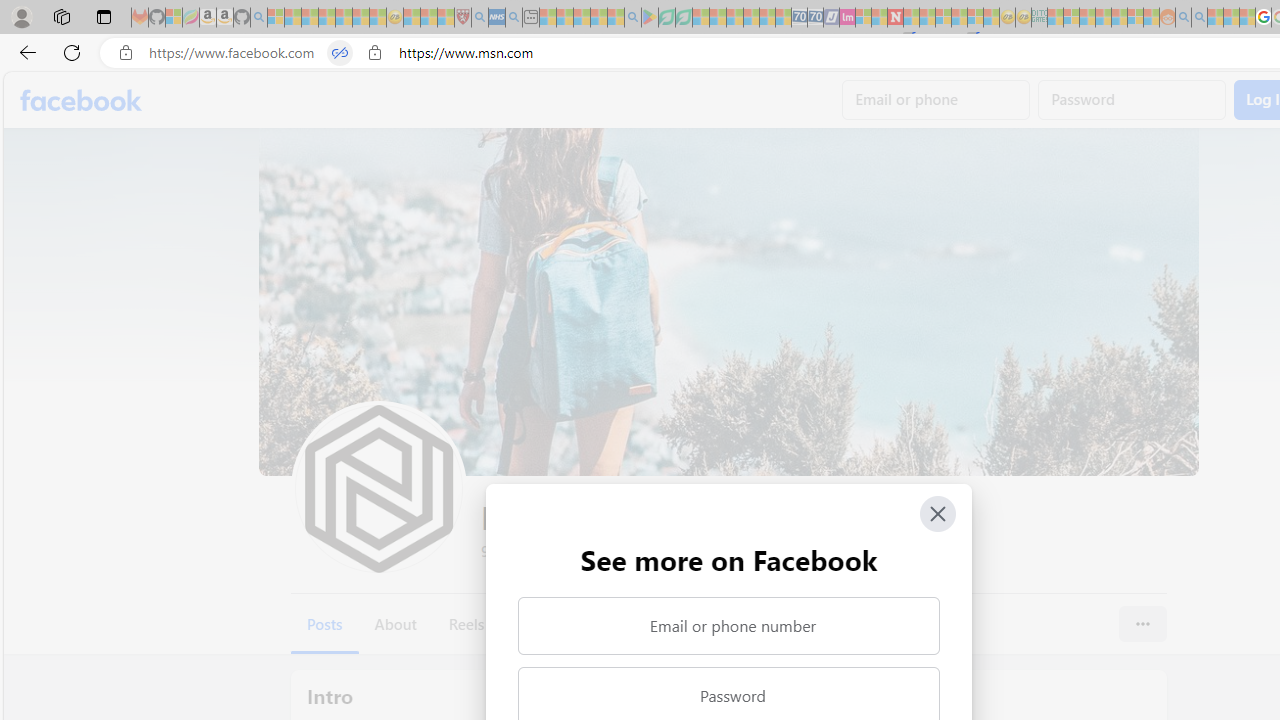  I want to click on 'DITOGAMES AG Imprint - Sleeping', so click(1039, 17).